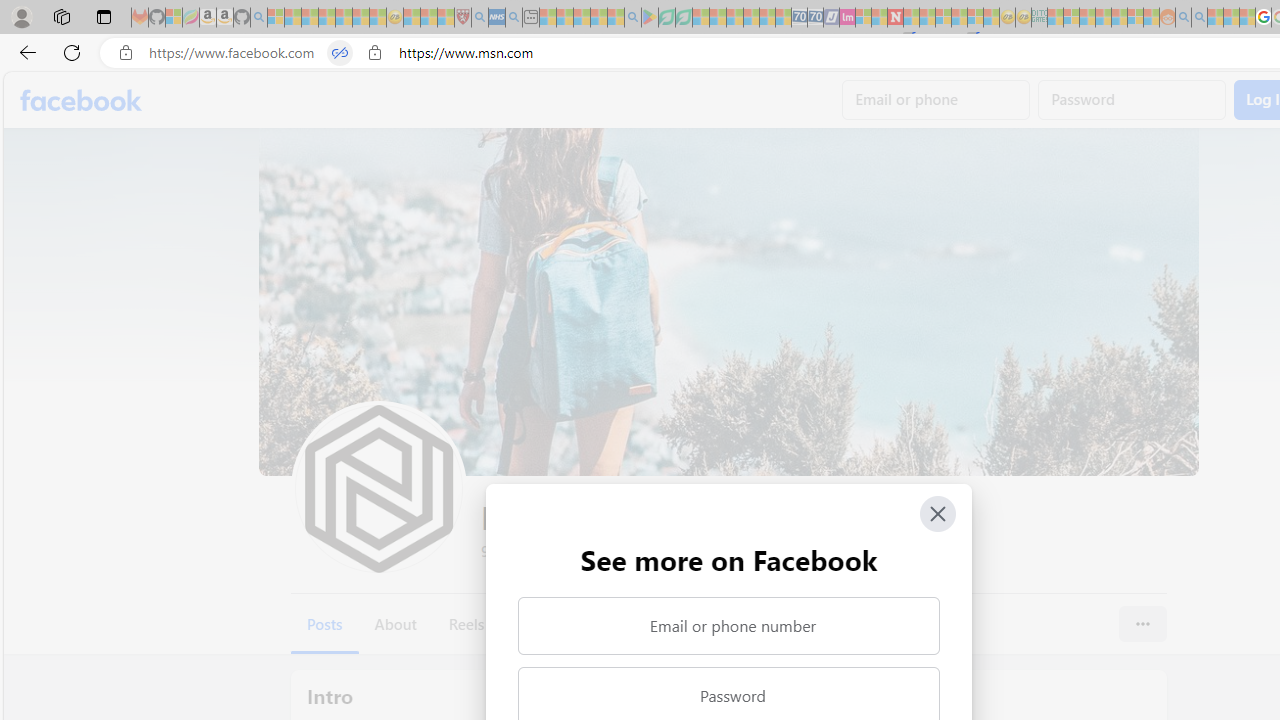  I want to click on 'DITOGAMES AG Imprint - Sleeping', so click(1039, 17).